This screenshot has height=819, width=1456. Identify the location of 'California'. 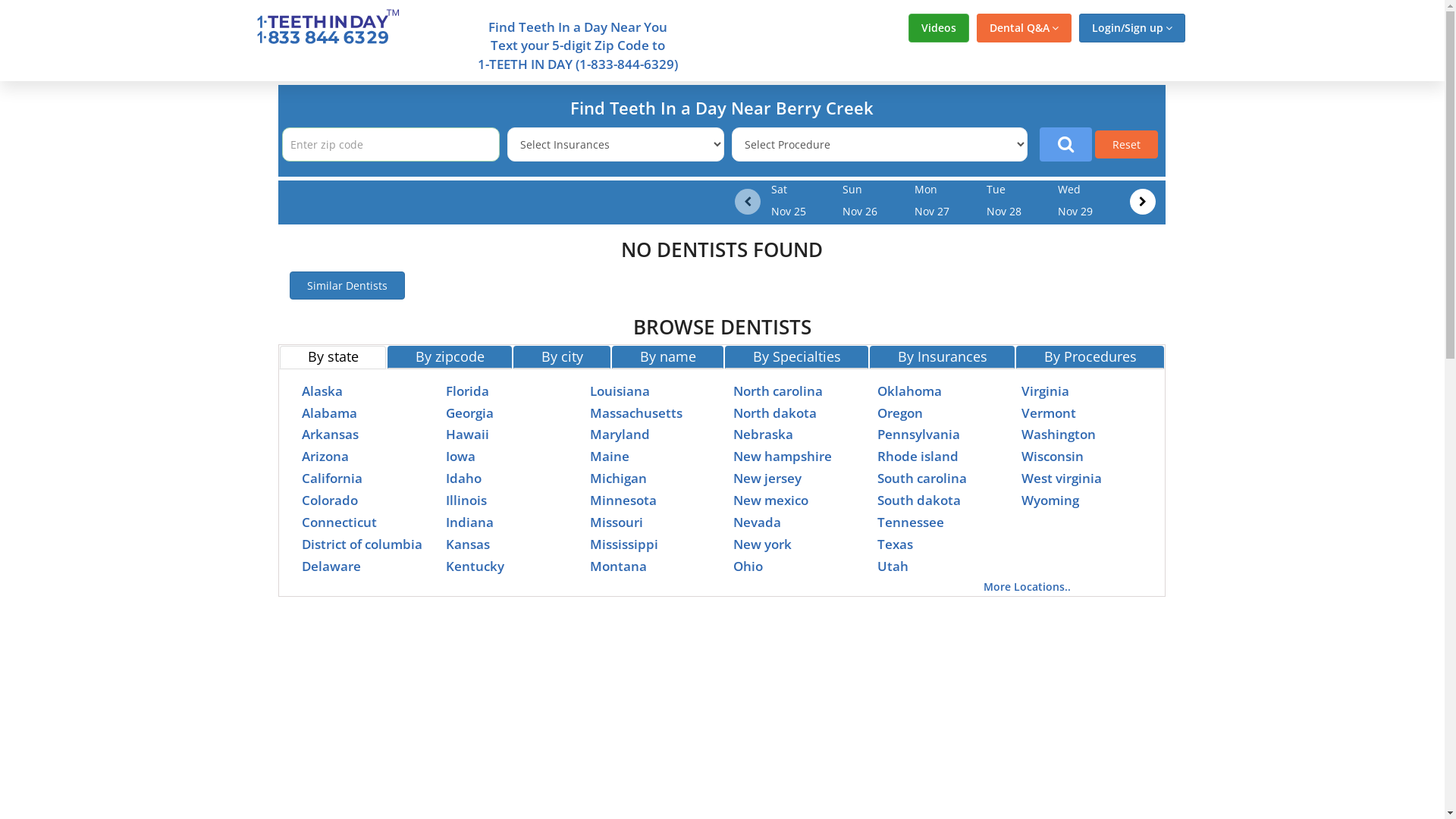
(331, 478).